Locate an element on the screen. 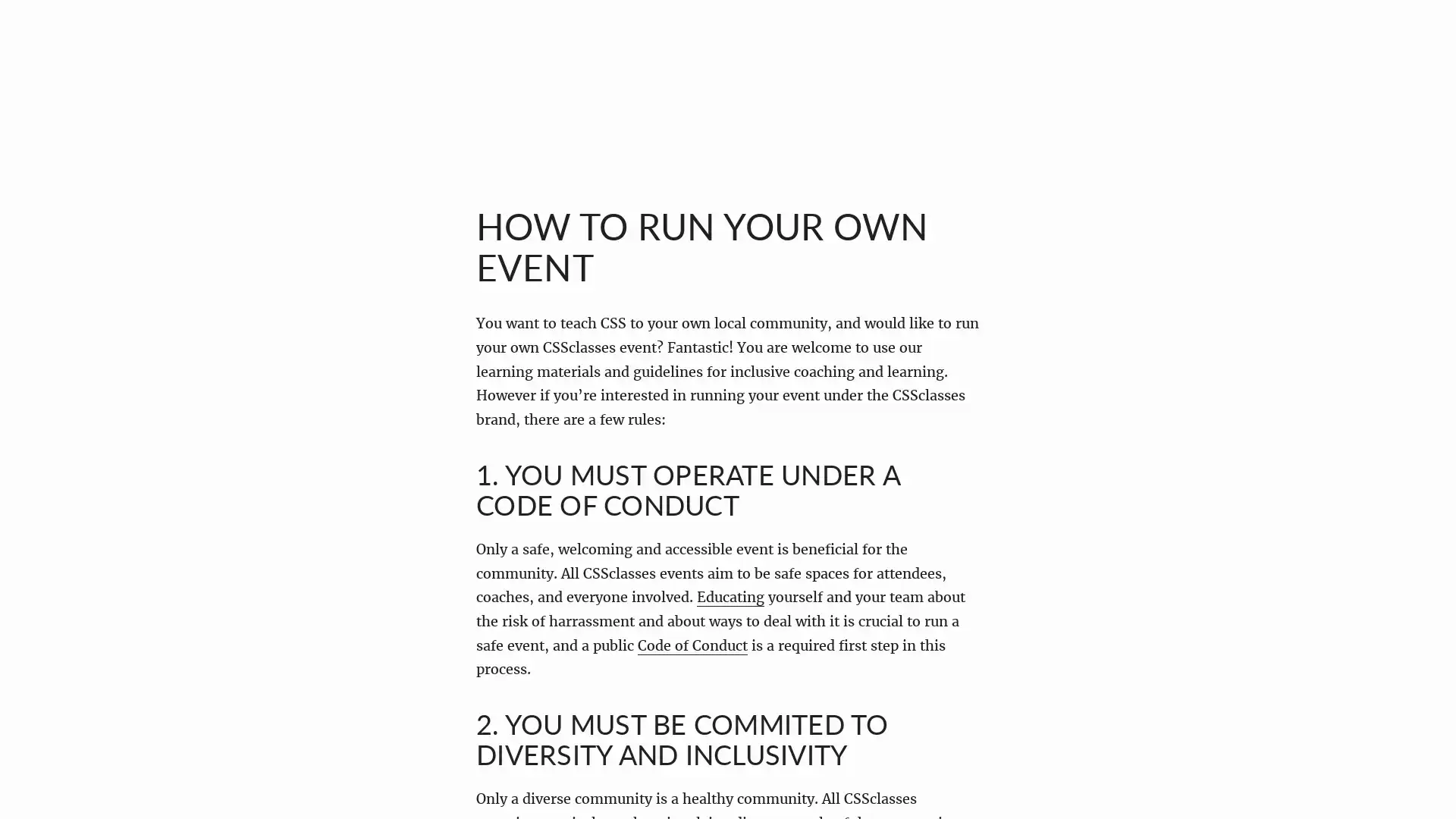 This screenshot has height=819, width=1456. Open Menu is located at coordinates (49, 48).